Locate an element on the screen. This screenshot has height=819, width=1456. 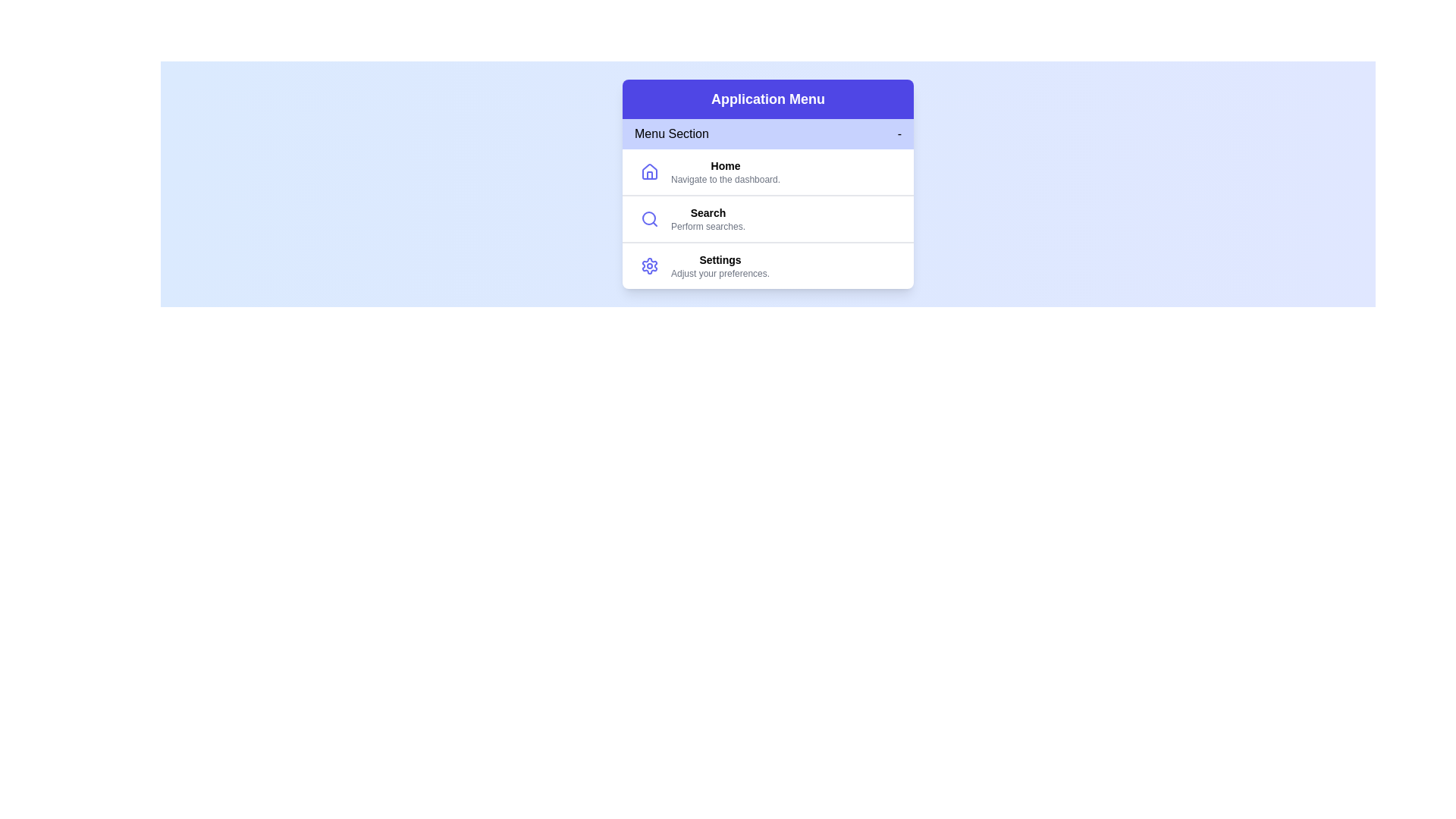
the menu item Search by clicking on it is located at coordinates (708, 219).